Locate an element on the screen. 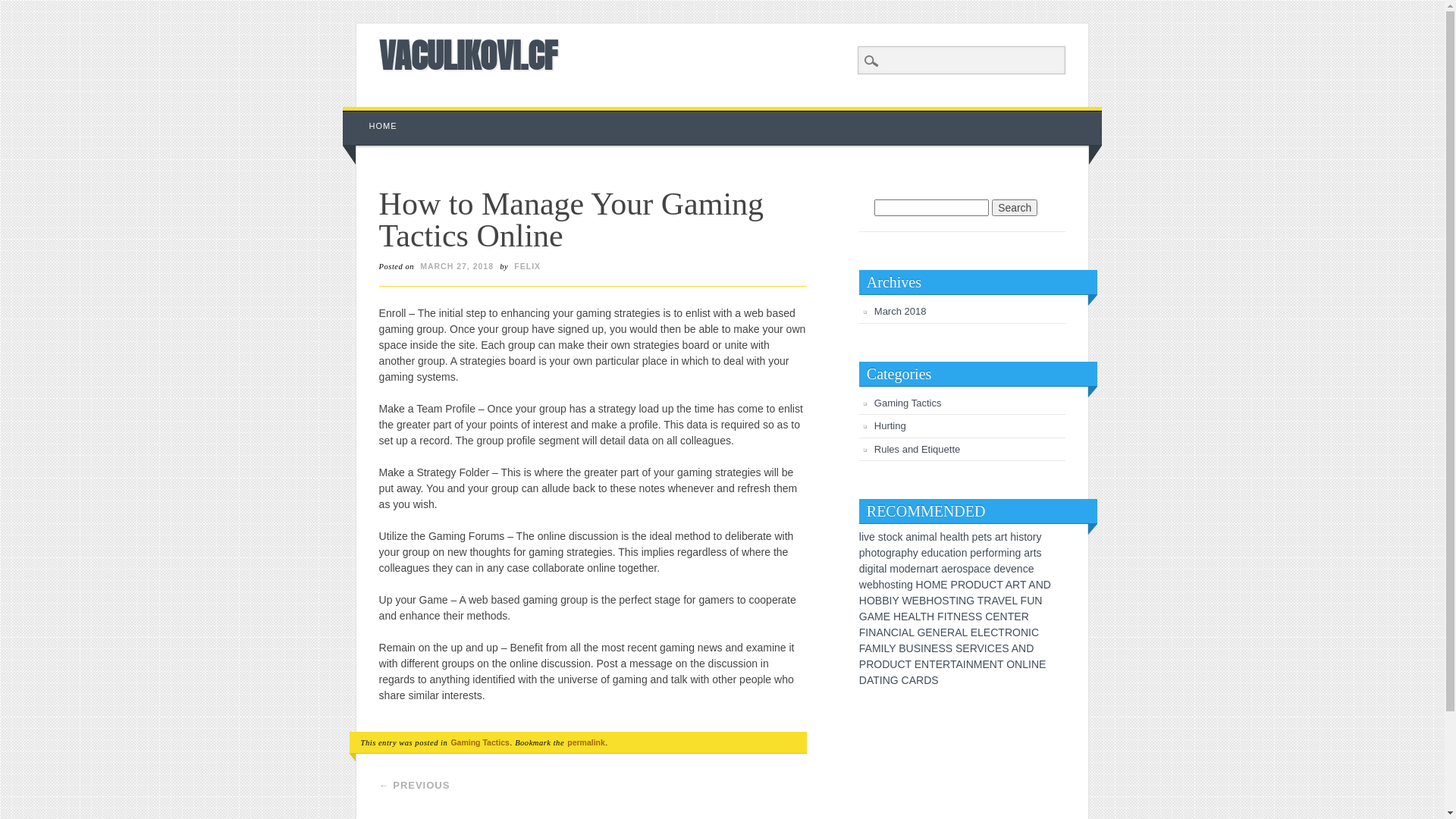 This screenshot has height=819, width=1456. 'S' is located at coordinates (948, 648).